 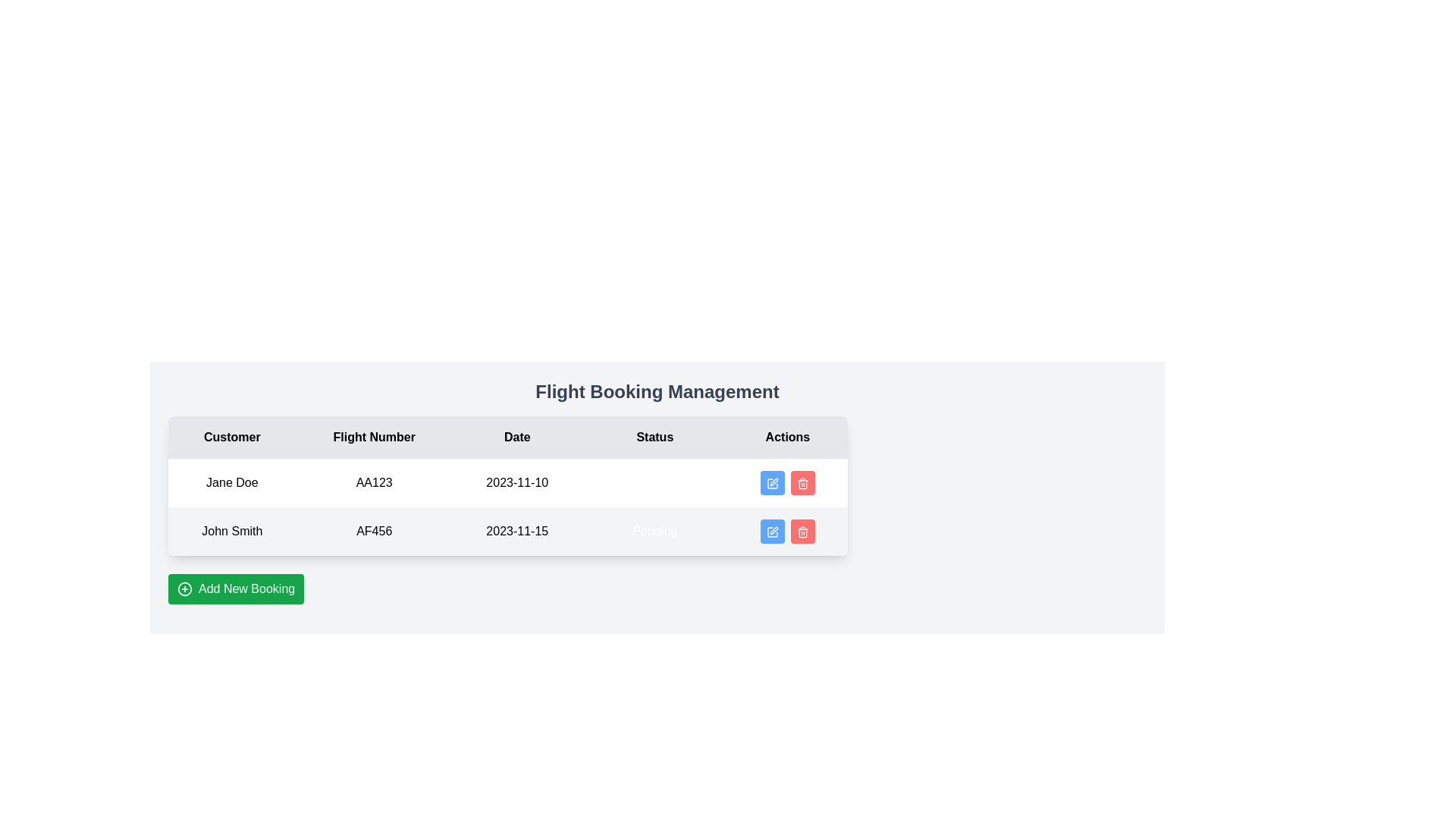 I want to click on the text label displaying '2023-11-15' that is positioned within the table row for 'John Smith' under the 'Date' column, so click(x=517, y=531).